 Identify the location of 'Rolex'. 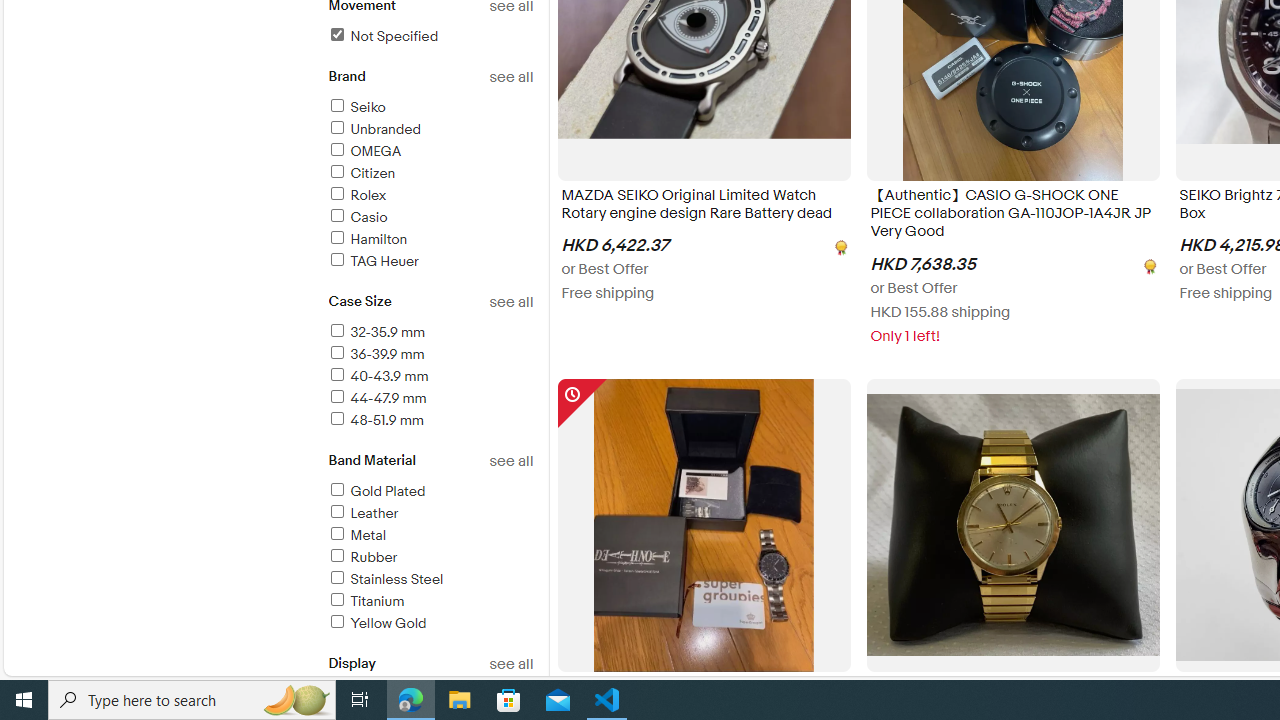
(429, 196).